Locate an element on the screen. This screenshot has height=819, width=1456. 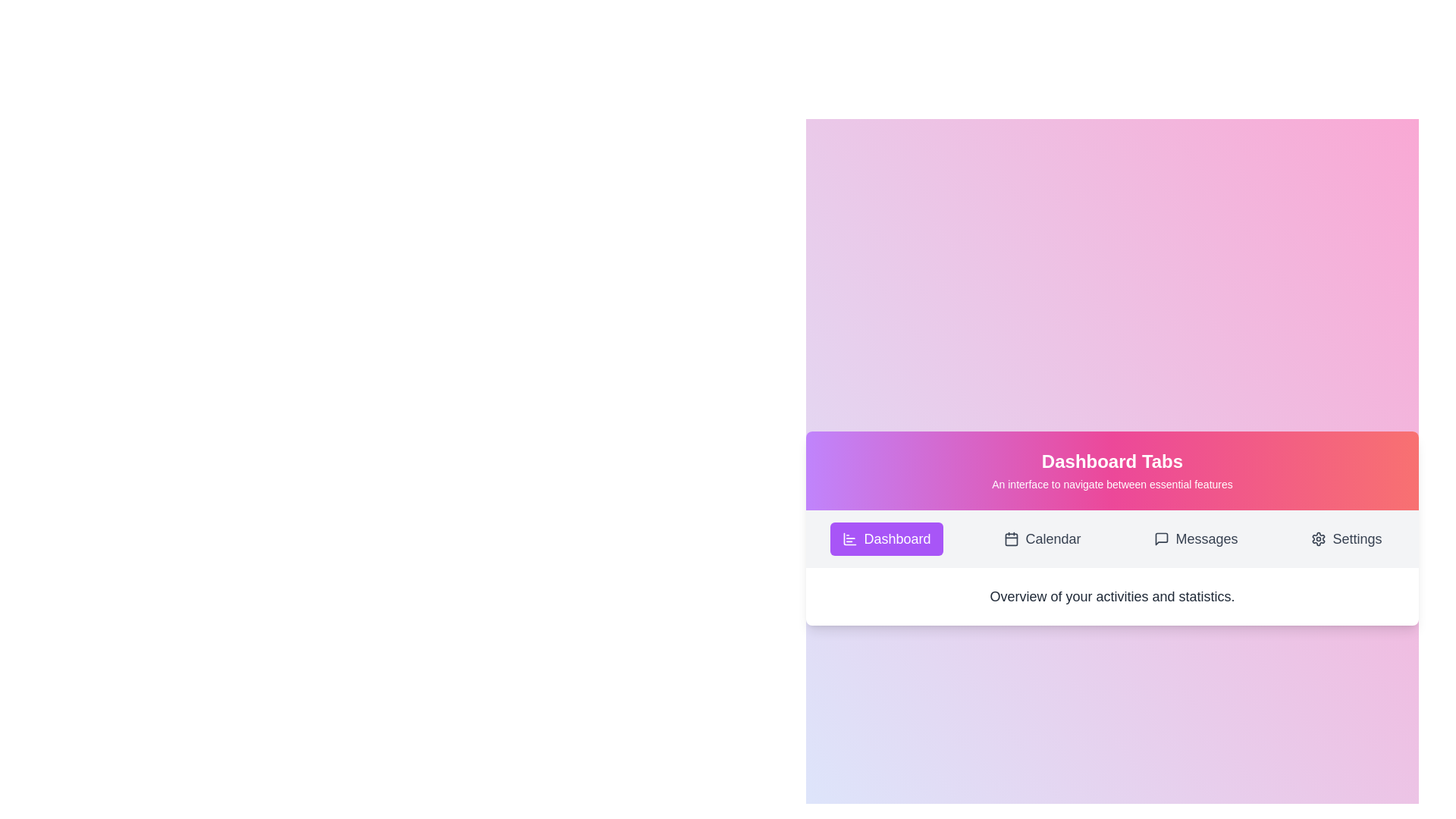
the static text label located directly below the 'Dashboard Tabs' heading is located at coordinates (1112, 485).